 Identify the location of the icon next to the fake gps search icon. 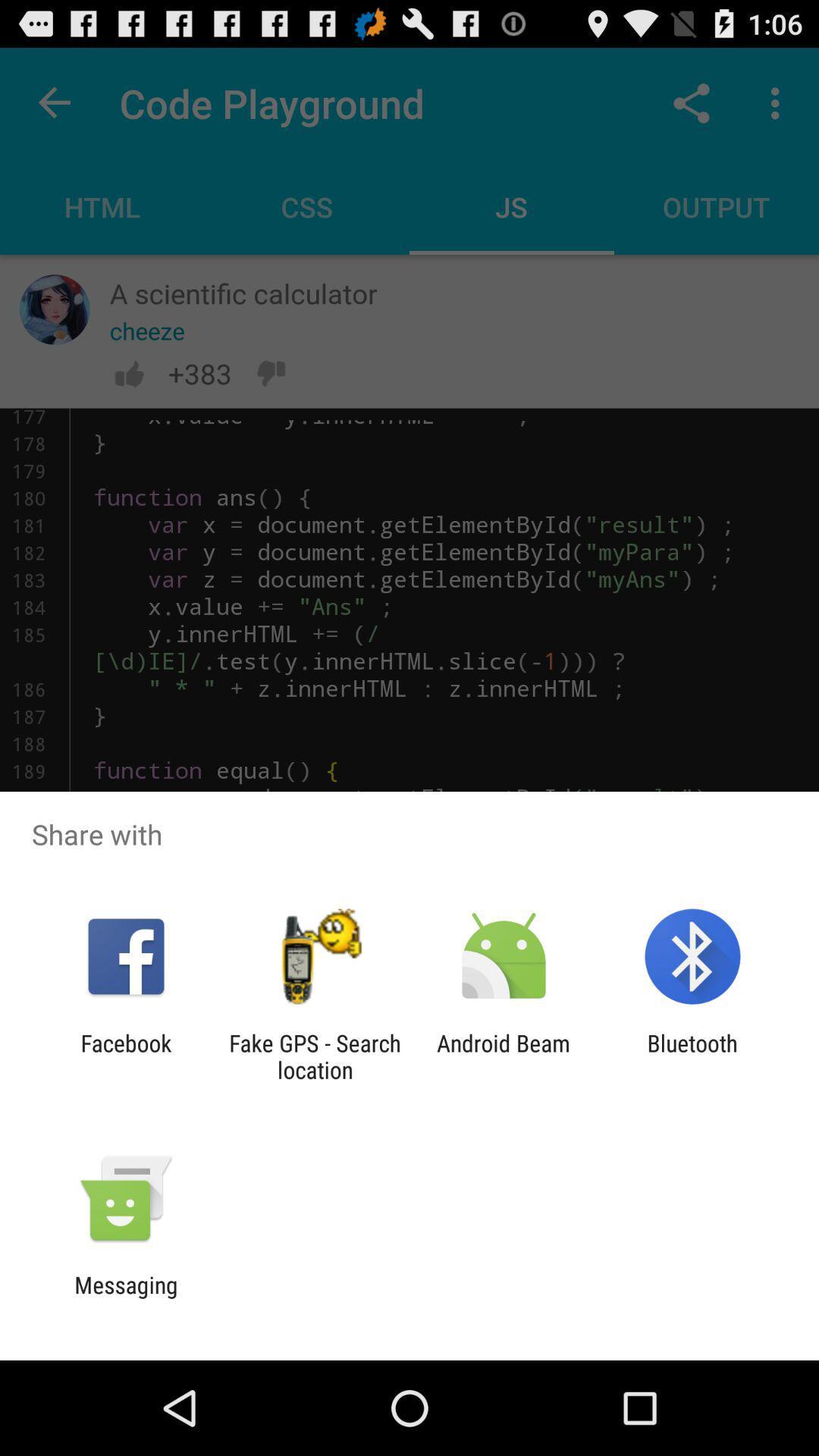
(125, 1056).